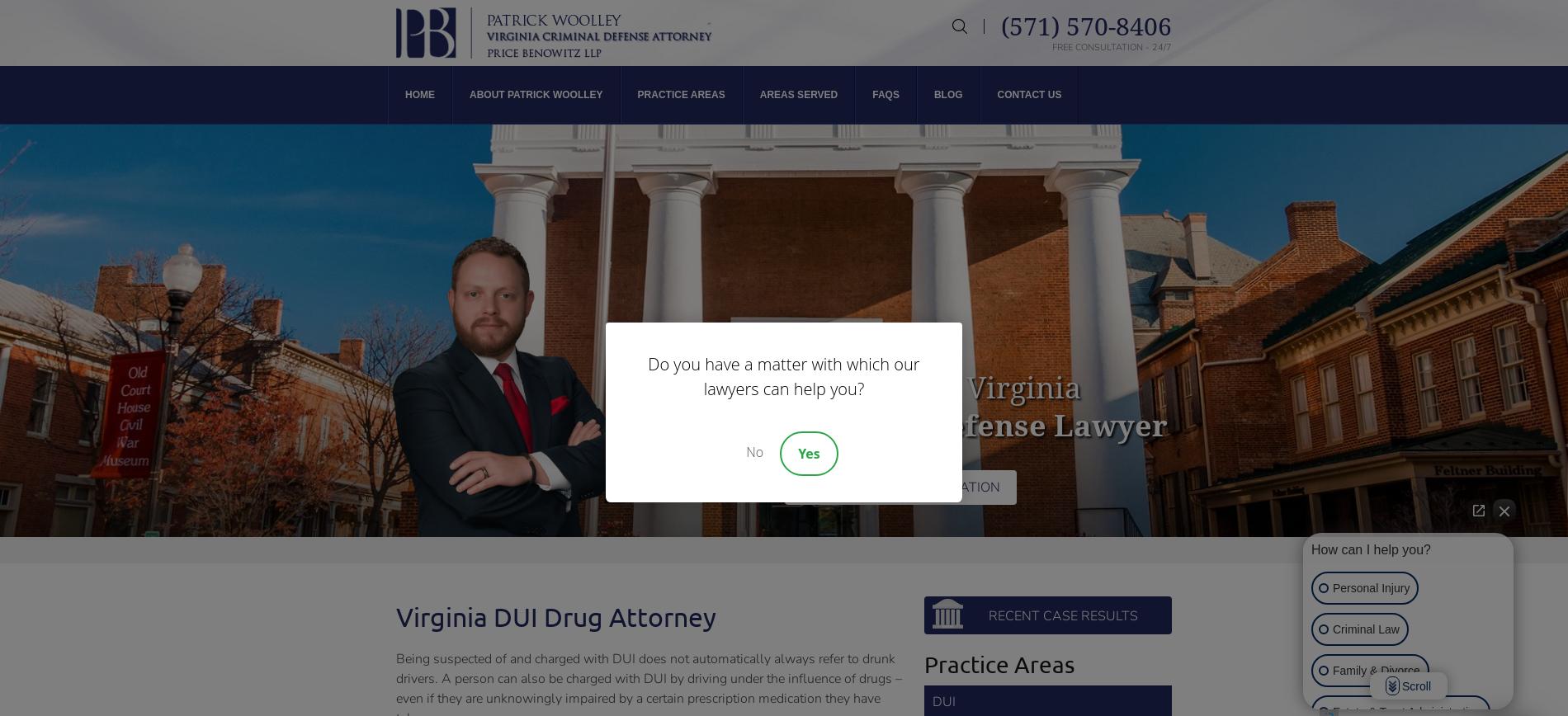  What do you see at coordinates (943, 701) in the screenshot?
I see `'DUI'` at bounding box center [943, 701].